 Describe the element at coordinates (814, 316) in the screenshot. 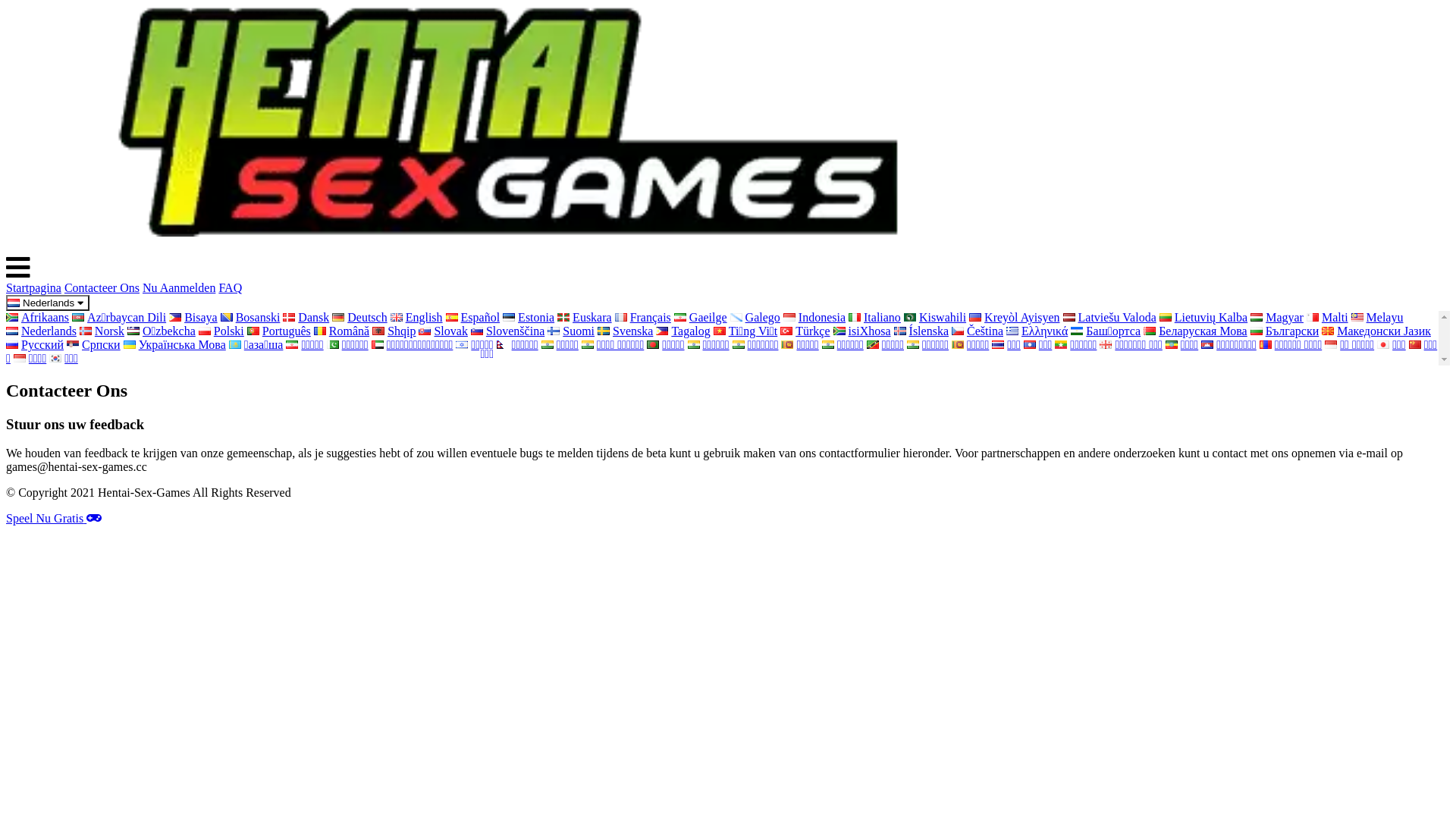

I see `'Indonesia'` at that location.